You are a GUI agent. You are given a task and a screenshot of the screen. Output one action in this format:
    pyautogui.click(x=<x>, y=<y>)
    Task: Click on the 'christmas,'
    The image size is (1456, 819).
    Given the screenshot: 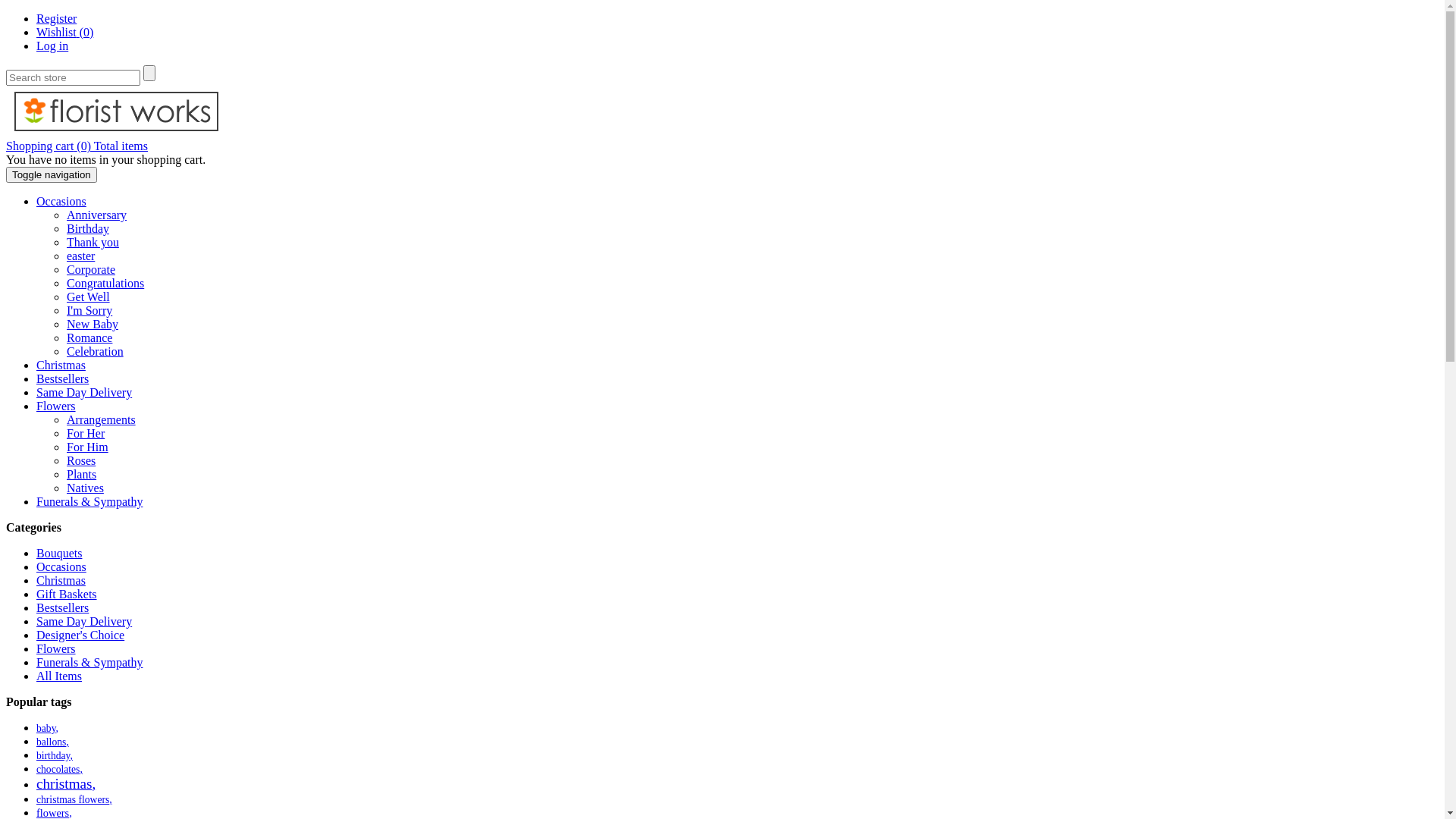 What is the action you would take?
    pyautogui.click(x=64, y=783)
    